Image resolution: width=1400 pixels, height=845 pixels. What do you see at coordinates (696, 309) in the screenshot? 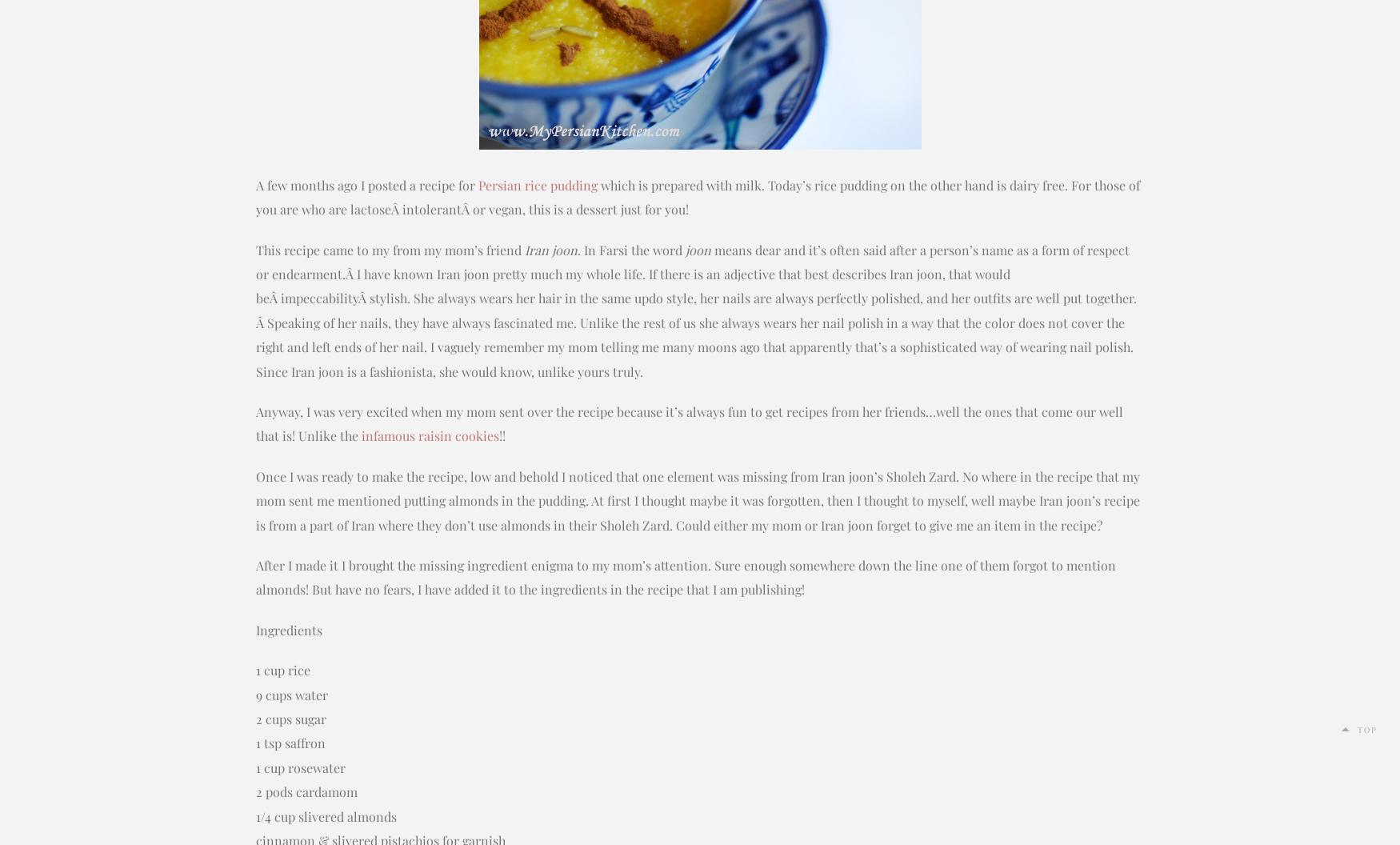
I see `'means dear and it’s often said after a person’s name as a form of respect or endearment.Â I have known Iran joon pretty much my whole life. If there is an adjective that best describes Iran joon, that would beÂ impeccabilityÂ stylish. She always wears her hair in the same updo style, her nails are always perfectly polished, and her outfits are well put together. Â Speaking of her nails, they have always fascinated me. Unlike the rest of us she always wears her nail polish in a way that the color does not cover the right and left ends of her nail. I vaguely remember my mom telling me many moons ago that apparently that’s a sophisticated way of wearing nail polish. Since Iran joon is a fashionista, she would know, unlike yours truly.'` at bounding box center [696, 309].